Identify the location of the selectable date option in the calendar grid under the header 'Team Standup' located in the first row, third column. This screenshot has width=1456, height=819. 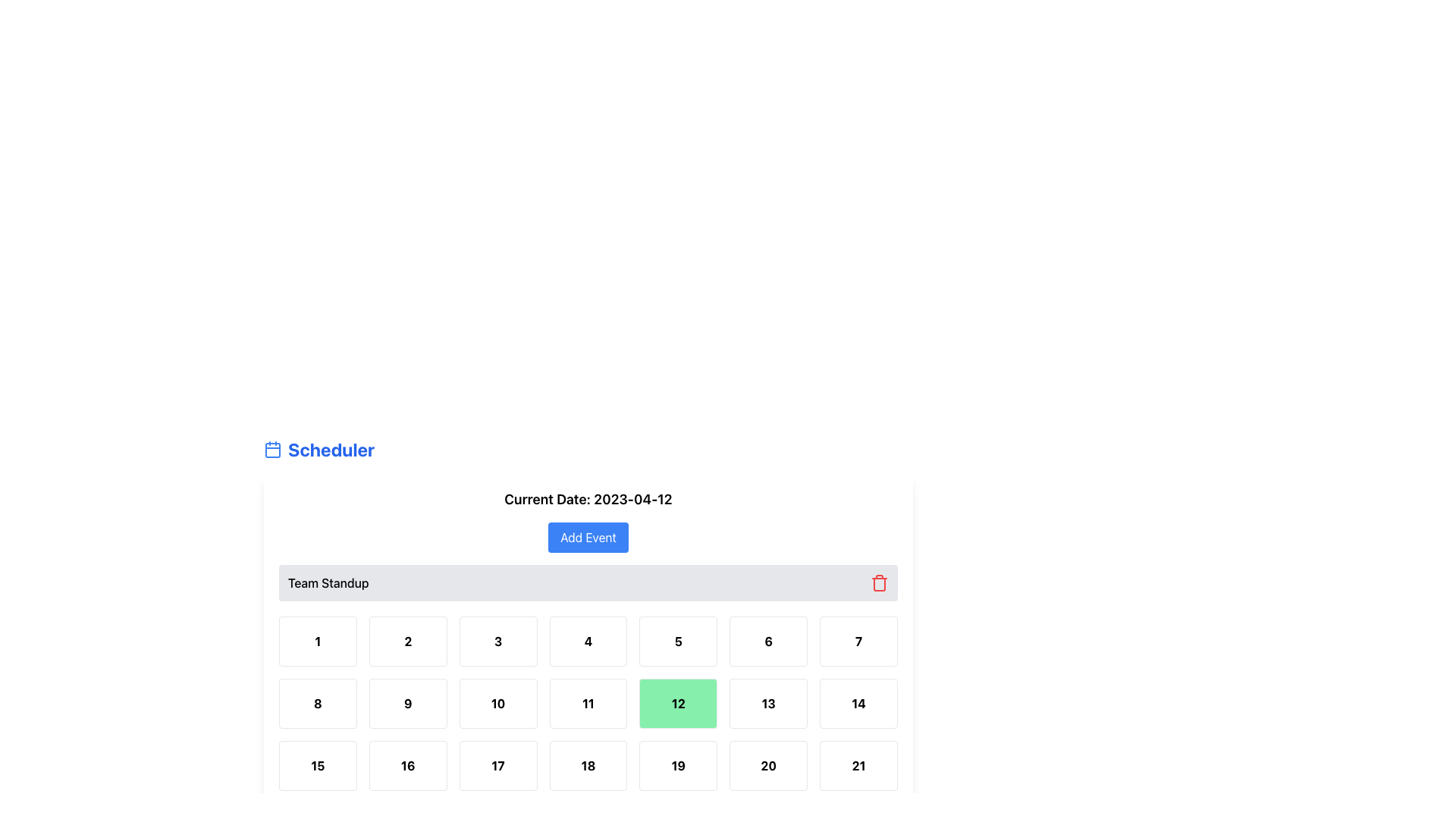
(498, 641).